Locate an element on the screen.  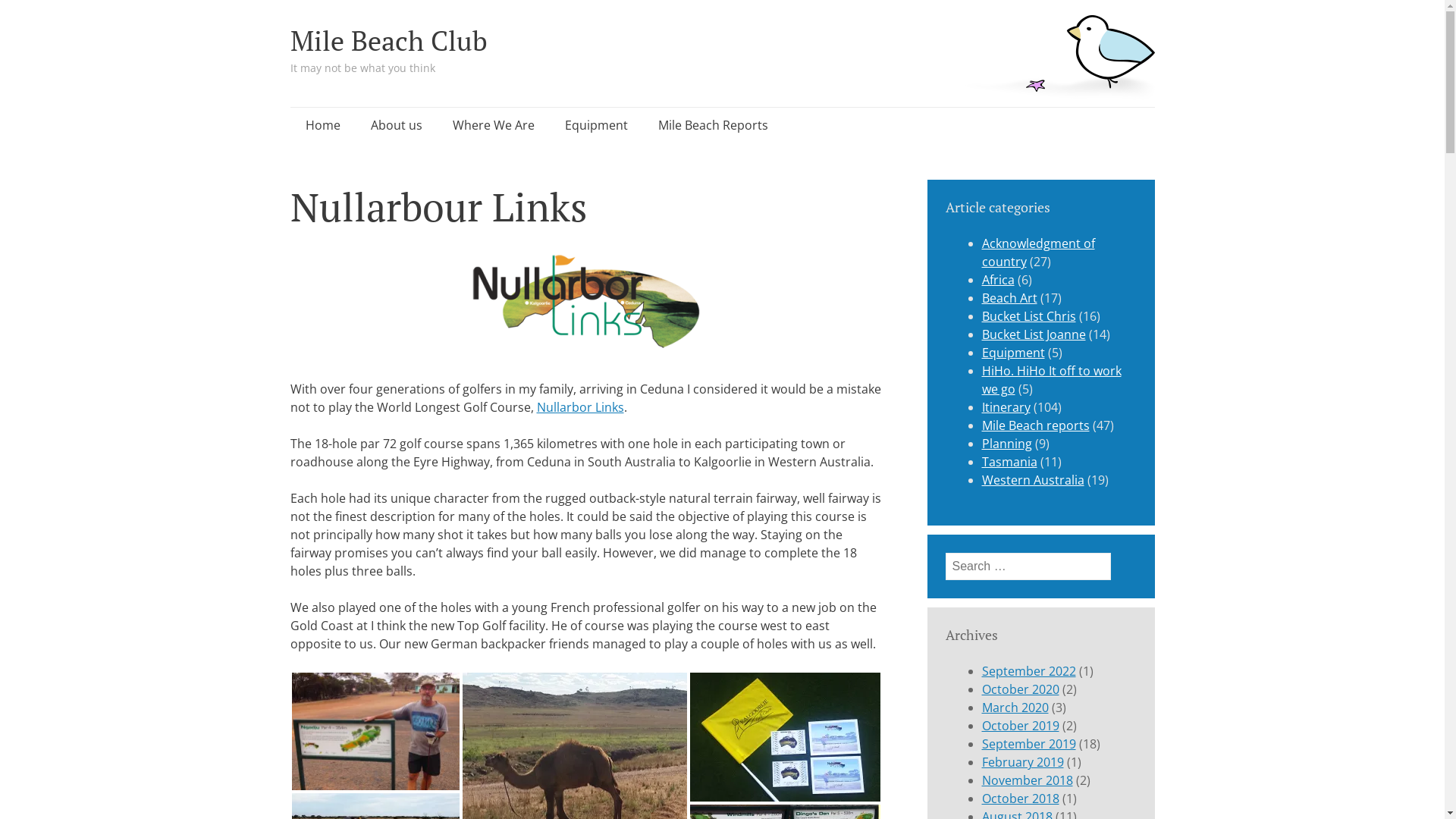
'Bucket List Joanne' is located at coordinates (981, 333).